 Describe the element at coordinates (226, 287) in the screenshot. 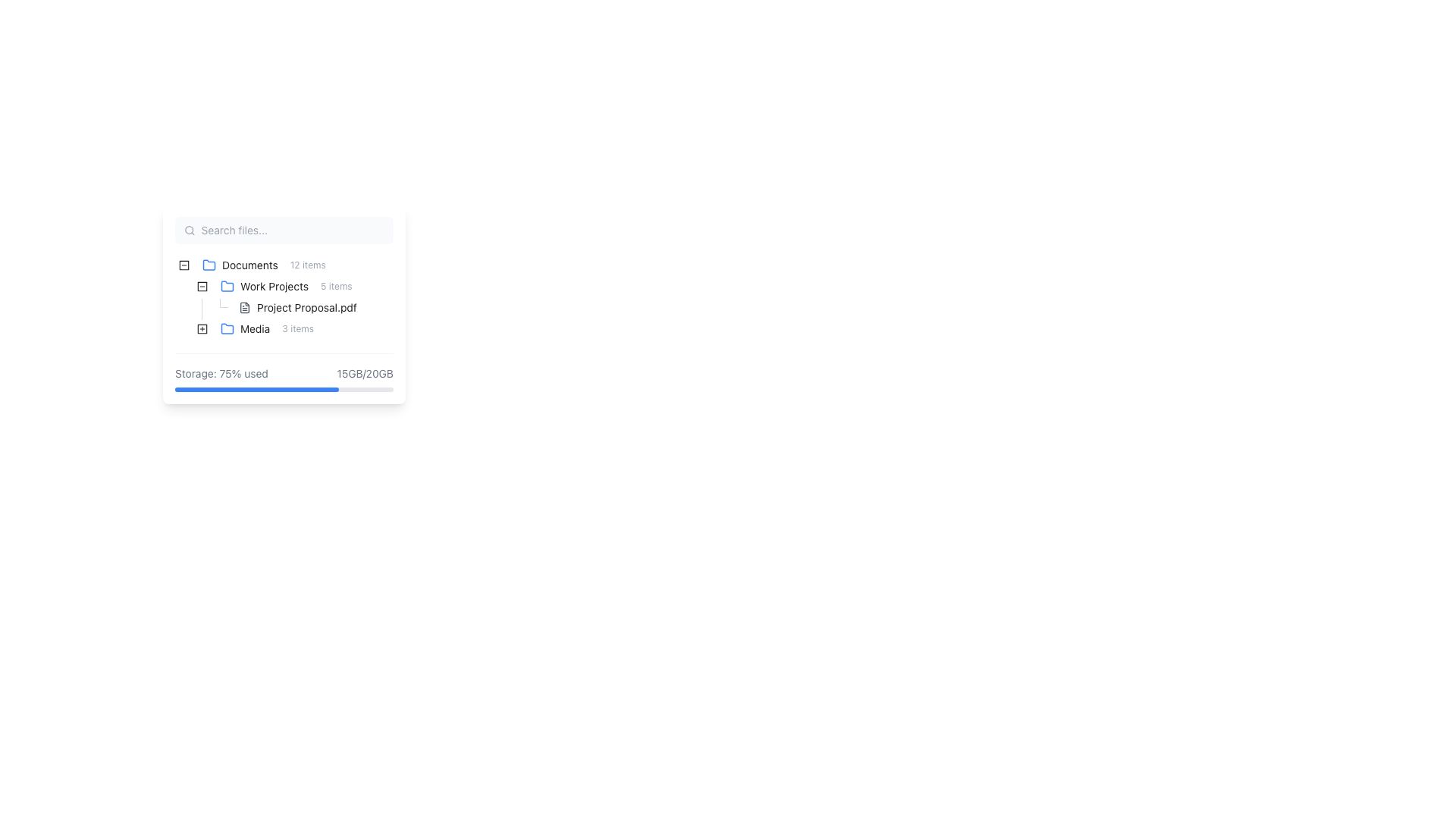

I see `the blue folder icon located before the text 'Work Projects' in the file explorer hierarchy` at that location.